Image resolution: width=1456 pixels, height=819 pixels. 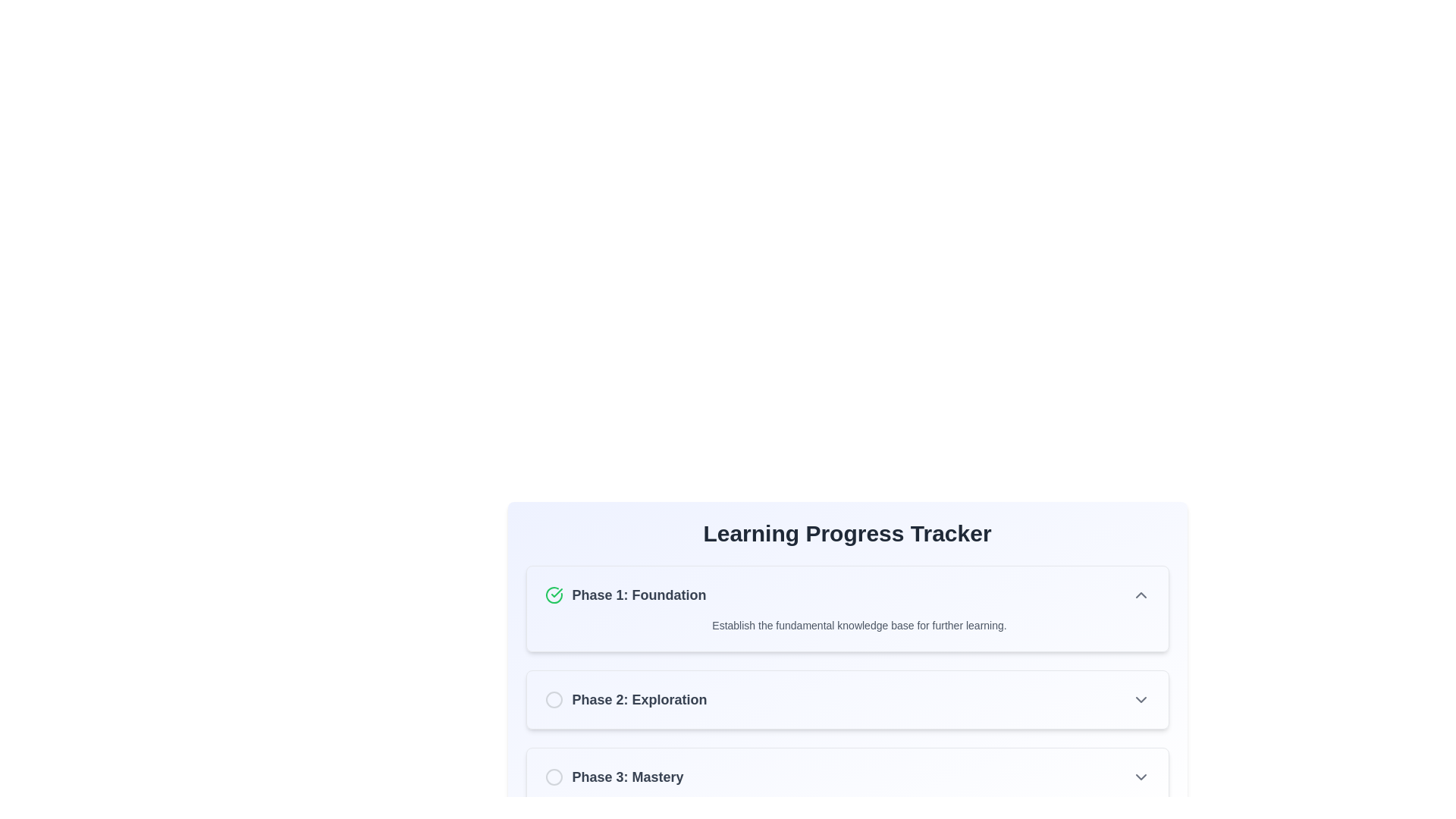 What do you see at coordinates (614, 777) in the screenshot?
I see `the List item representing 'Phase 3: Mastery' in the multi-step learning progress tracker, located below 'Phase 1: Foundation' and 'Phase 2: Exploration'` at bounding box center [614, 777].